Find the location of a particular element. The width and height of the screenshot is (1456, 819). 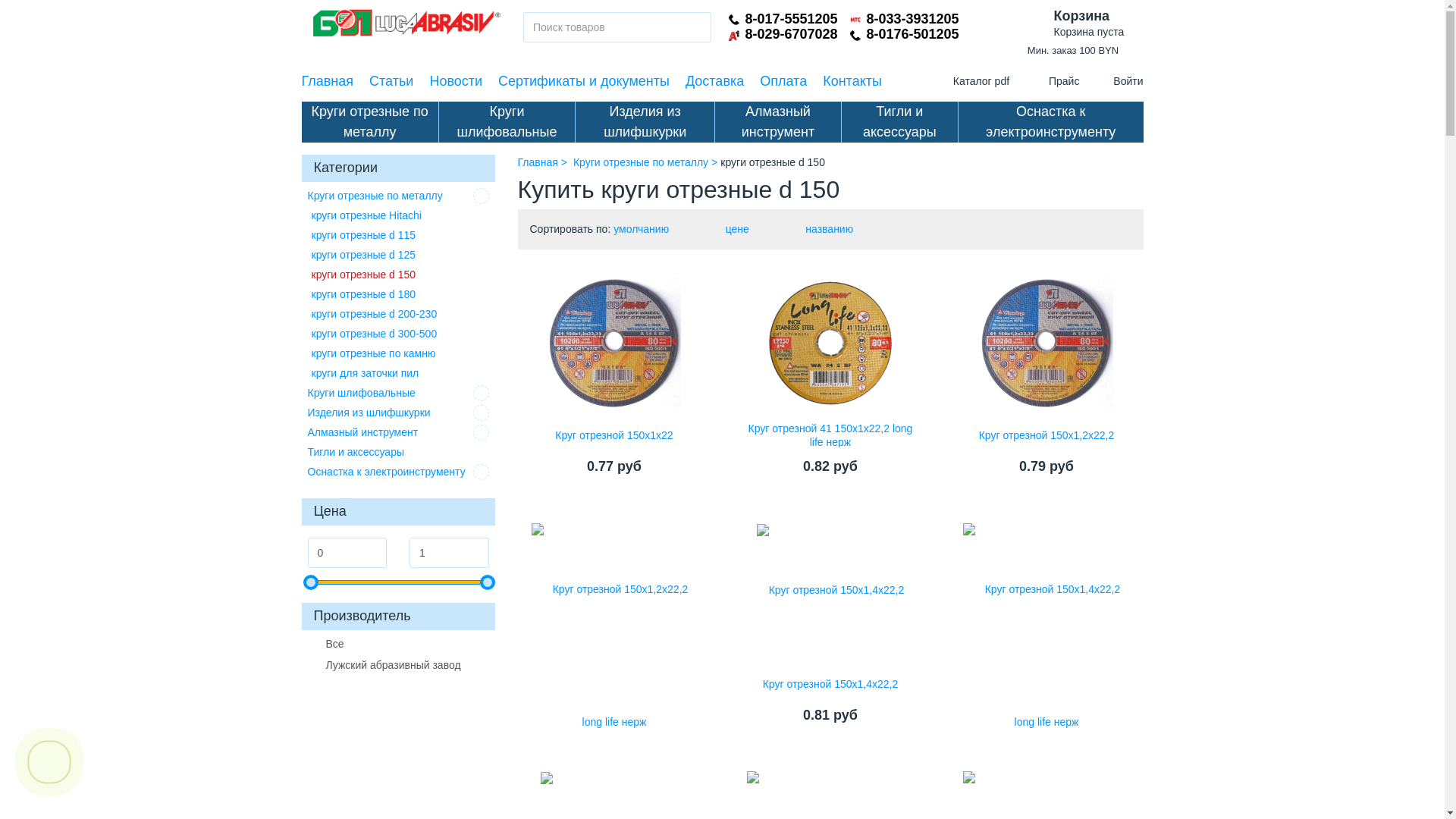

'8-0176-501205' is located at coordinates (910, 34).